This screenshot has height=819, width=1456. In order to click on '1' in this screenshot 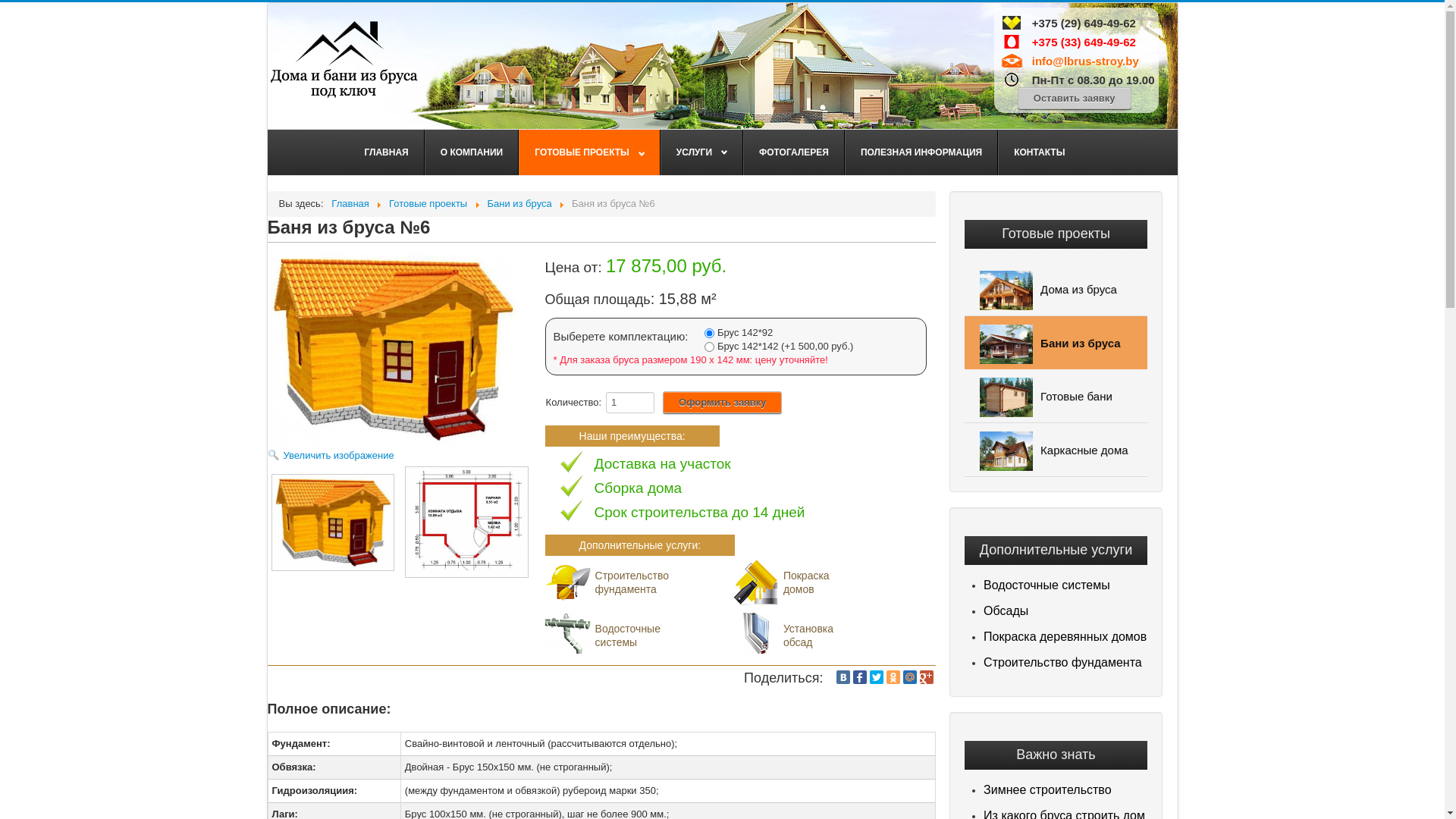, I will do `click(708, 332)`.